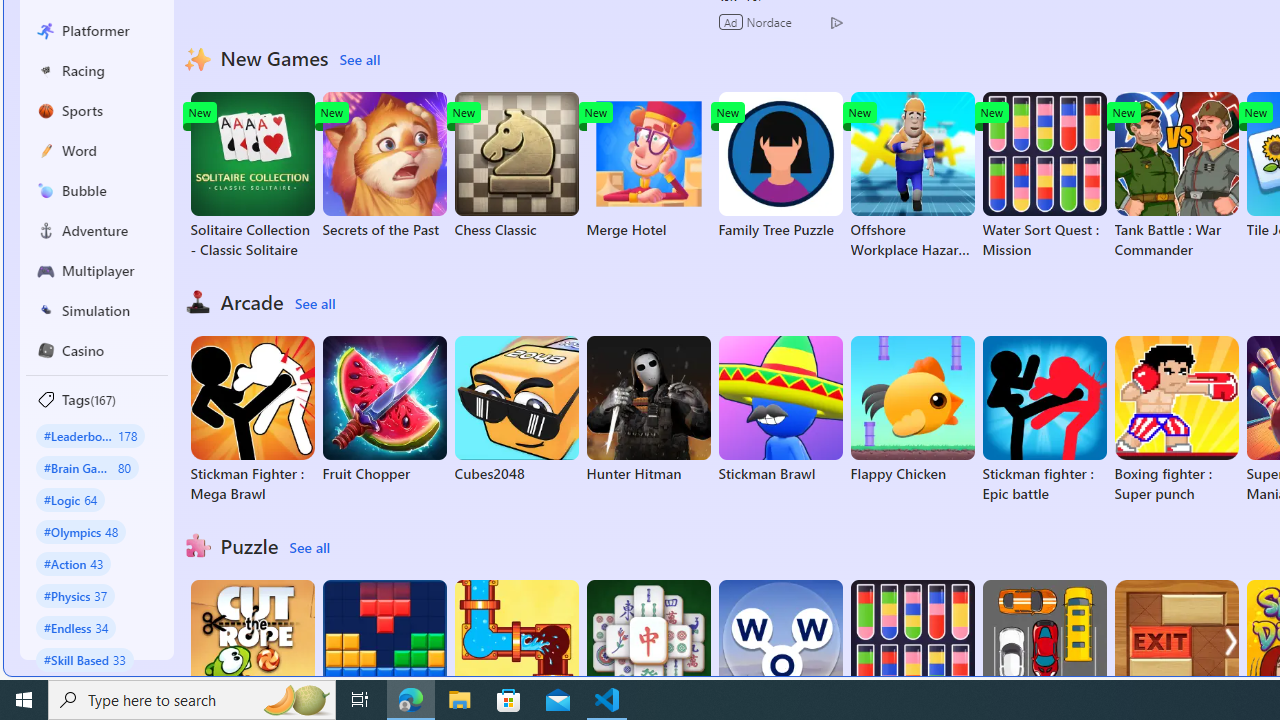 Image resolution: width=1280 pixels, height=720 pixels. What do you see at coordinates (89, 434) in the screenshot?
I see `'#Leaderboard 178'` at bounding box center [89, 434].